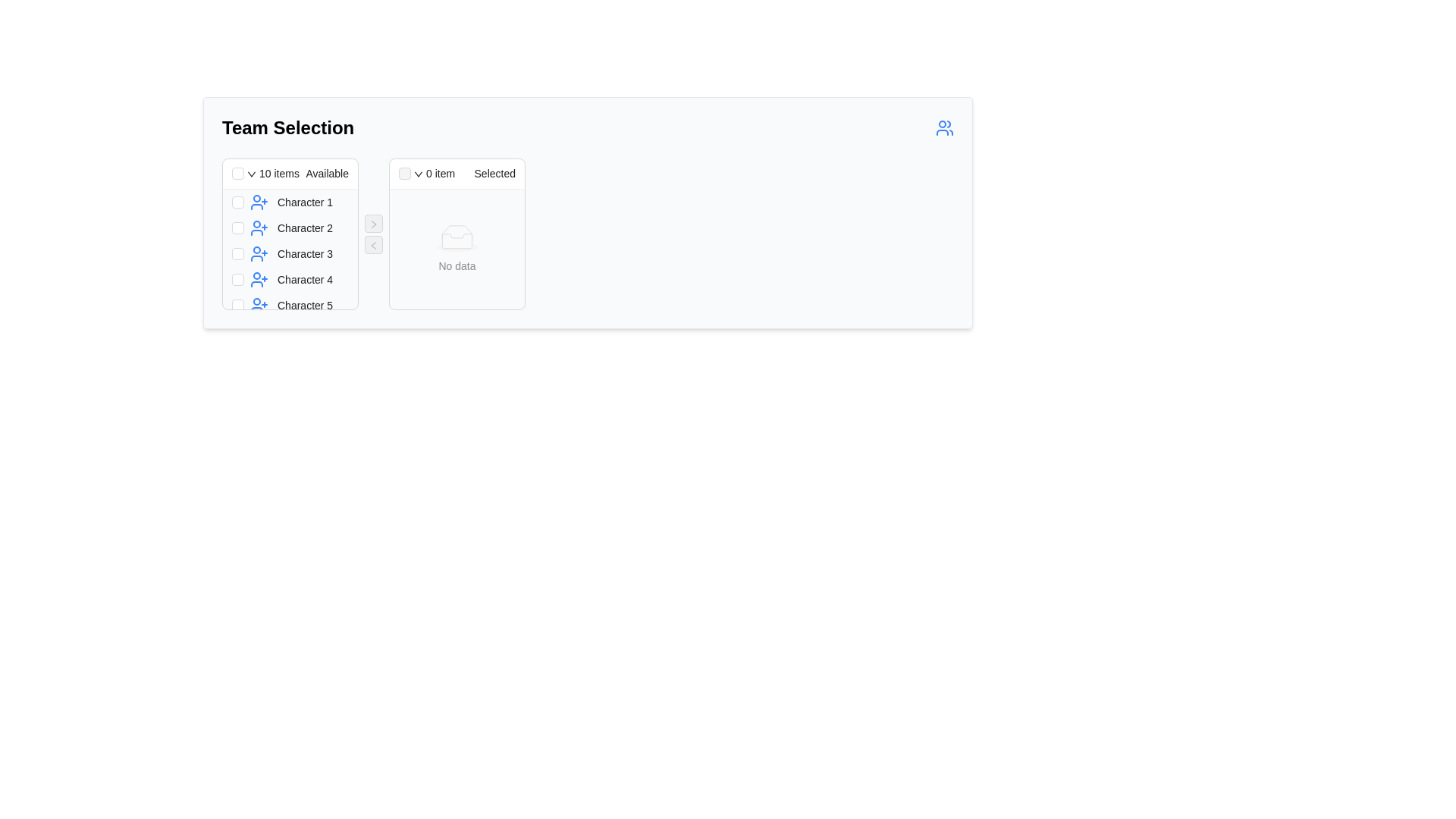  What do you see at coordinates (290, 248) in the screenshot?
I see `names listed in the selection list component located in the 'Team Selection' panel, specifically in the 'Available' subsection, where each row contains a checkbox and description` at bounding box center [290, 248].